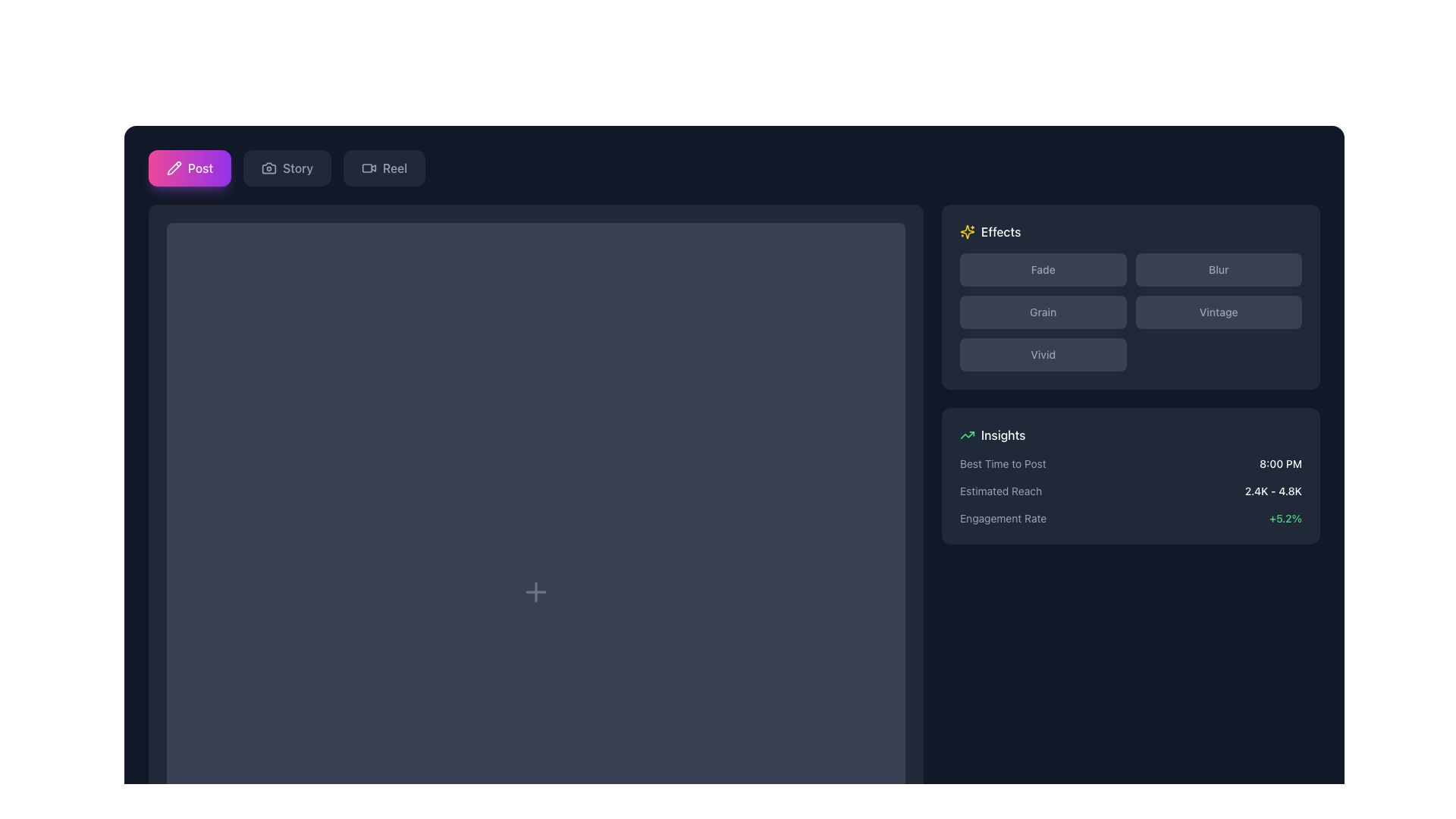 The height and width of the screenshot is (819, 1456). I want to click on the visual contribution of the green slanted line segment that is part of the trending-upward arrow graphic in the Insights panel, so click(967, 435).